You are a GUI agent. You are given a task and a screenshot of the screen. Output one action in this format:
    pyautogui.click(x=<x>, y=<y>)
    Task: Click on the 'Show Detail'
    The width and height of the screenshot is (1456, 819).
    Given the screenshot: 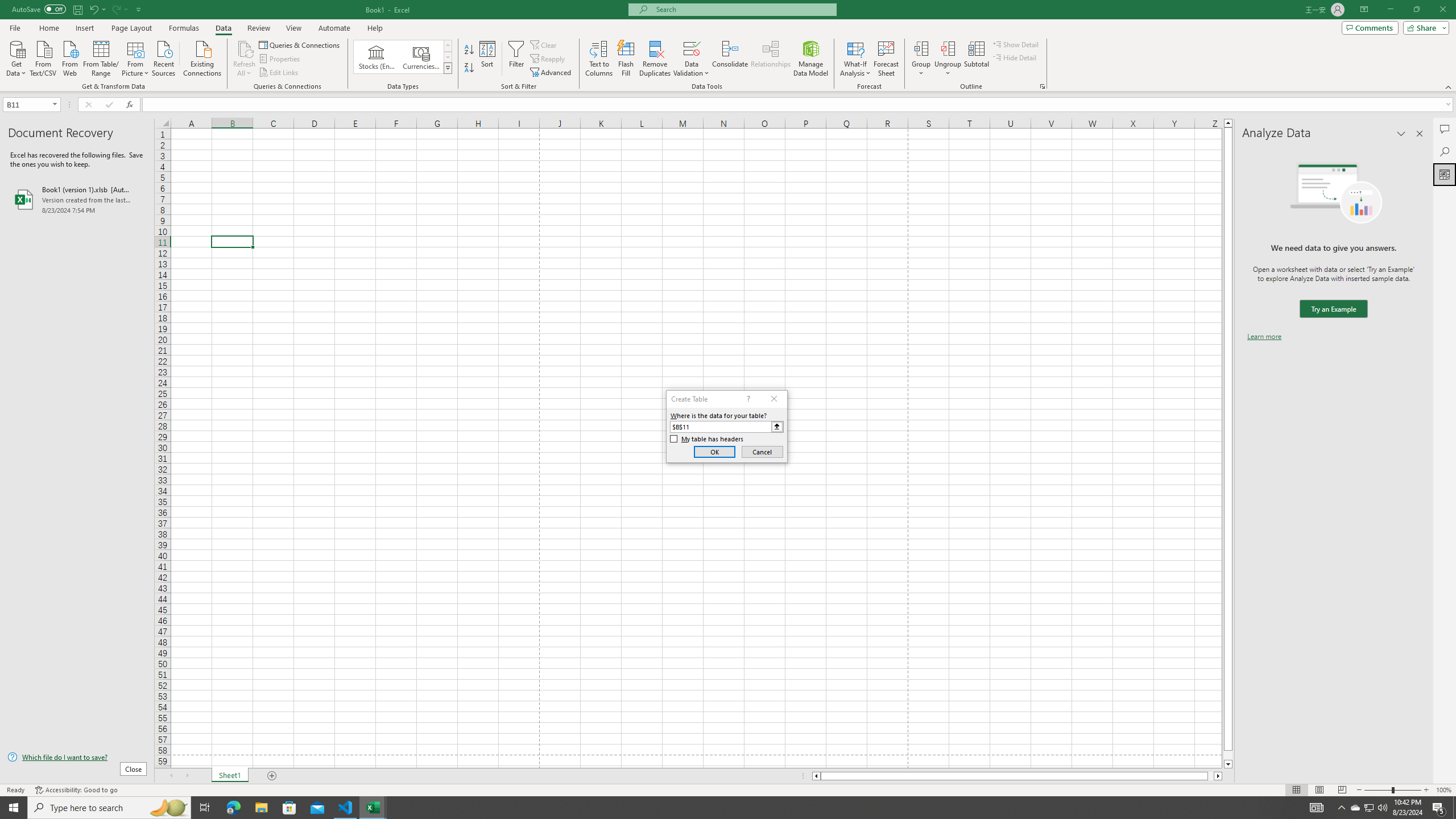 What is the action you would take?
    pyautogui.click(x=1015, y=44)
    